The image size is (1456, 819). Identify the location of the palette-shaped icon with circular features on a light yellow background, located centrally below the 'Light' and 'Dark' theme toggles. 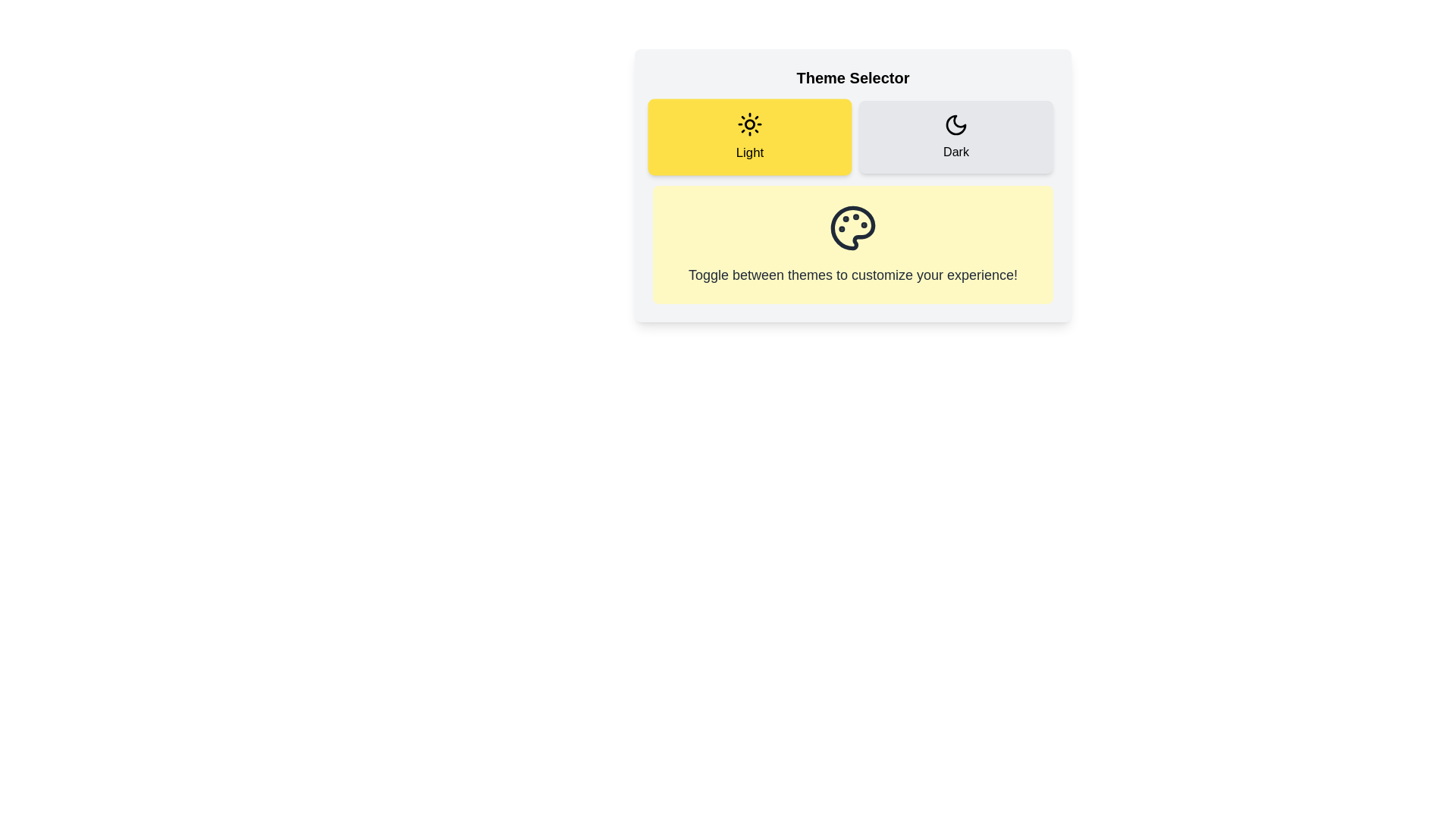
(852, 227).